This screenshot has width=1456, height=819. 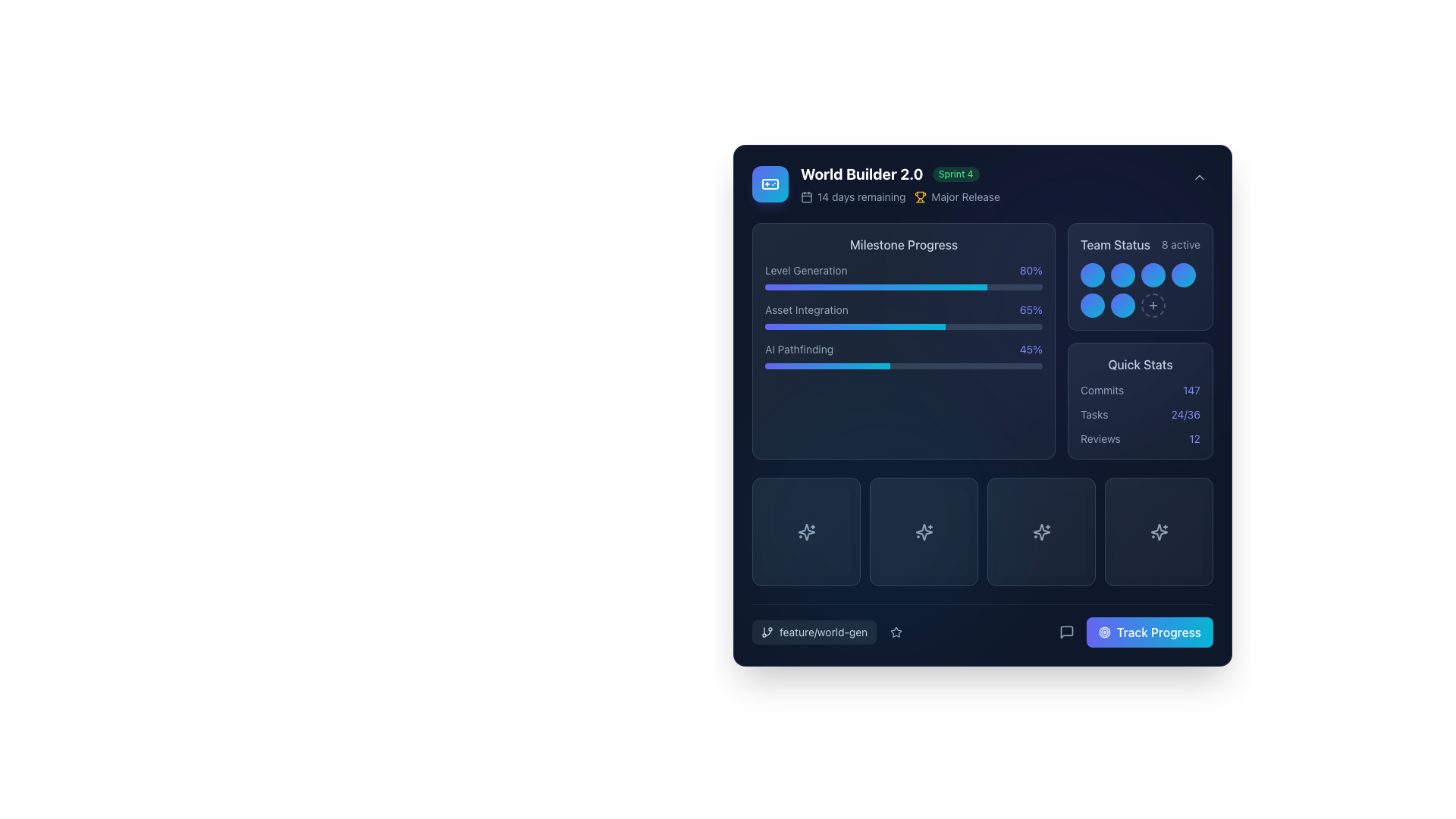 I want to click on the calendar icon, which is visually represented with a square outline and grid-like patterns, located in the top-left quadrant of the card section, to the left of the '14 days remaining' text, so click(x=806, y=196).